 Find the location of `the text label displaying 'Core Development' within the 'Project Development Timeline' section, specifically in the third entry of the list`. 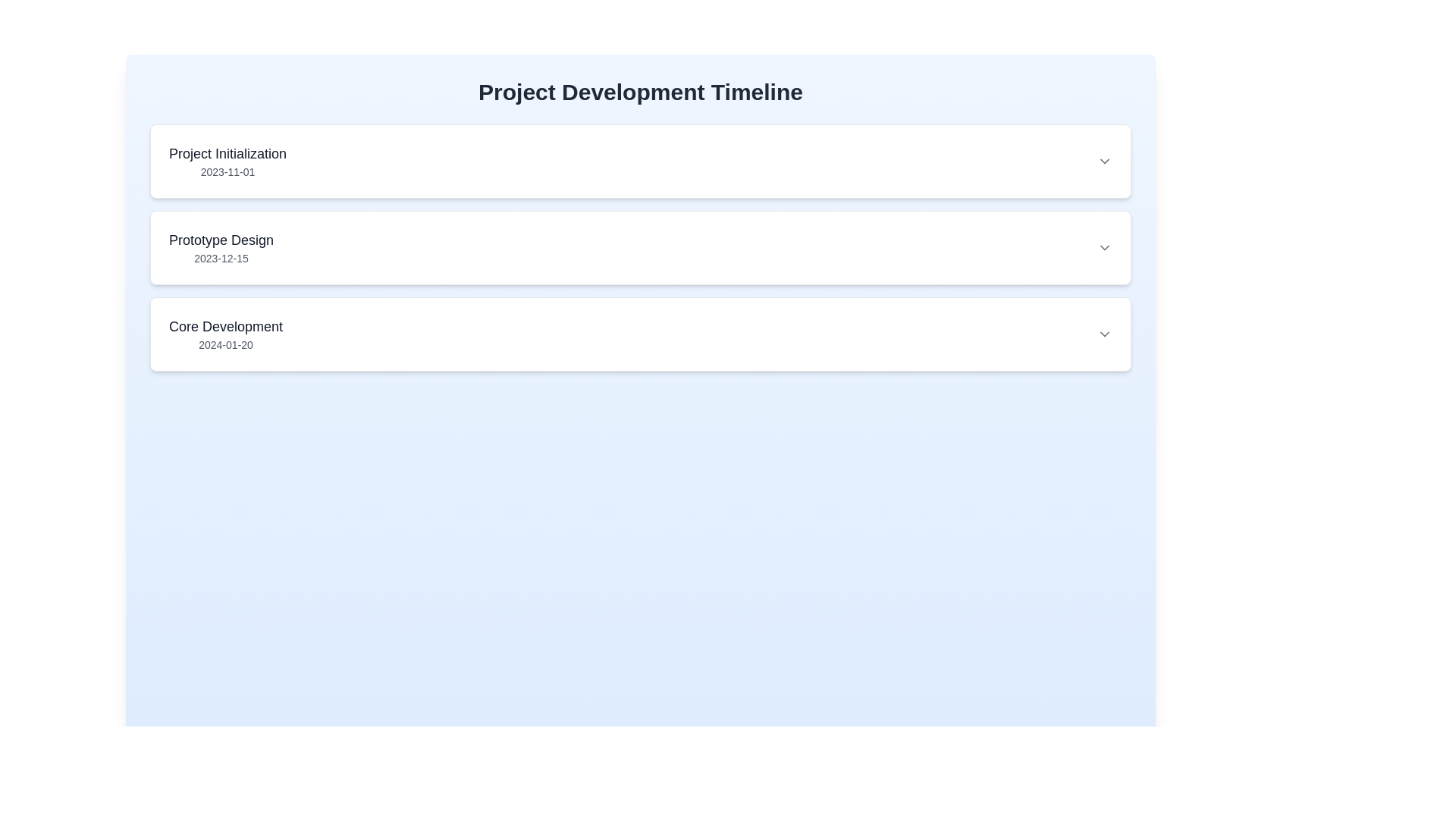

the text label displaying 'Core Development' within the 'Project Development Timeline' section, specifically in the third entry of the list is located at coordinates (224, 326).